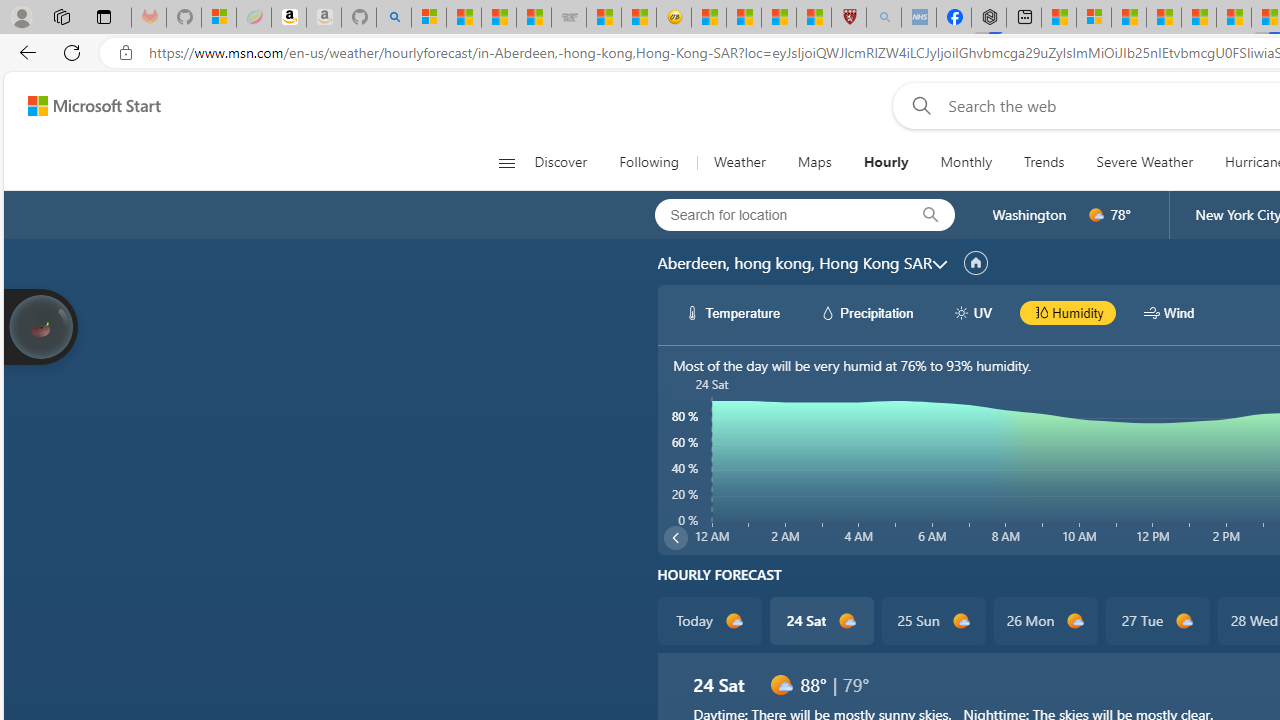  Describe the element at coordinates (821, 620) in the screenshot. I see `'24 Sat d1000'` at that location.